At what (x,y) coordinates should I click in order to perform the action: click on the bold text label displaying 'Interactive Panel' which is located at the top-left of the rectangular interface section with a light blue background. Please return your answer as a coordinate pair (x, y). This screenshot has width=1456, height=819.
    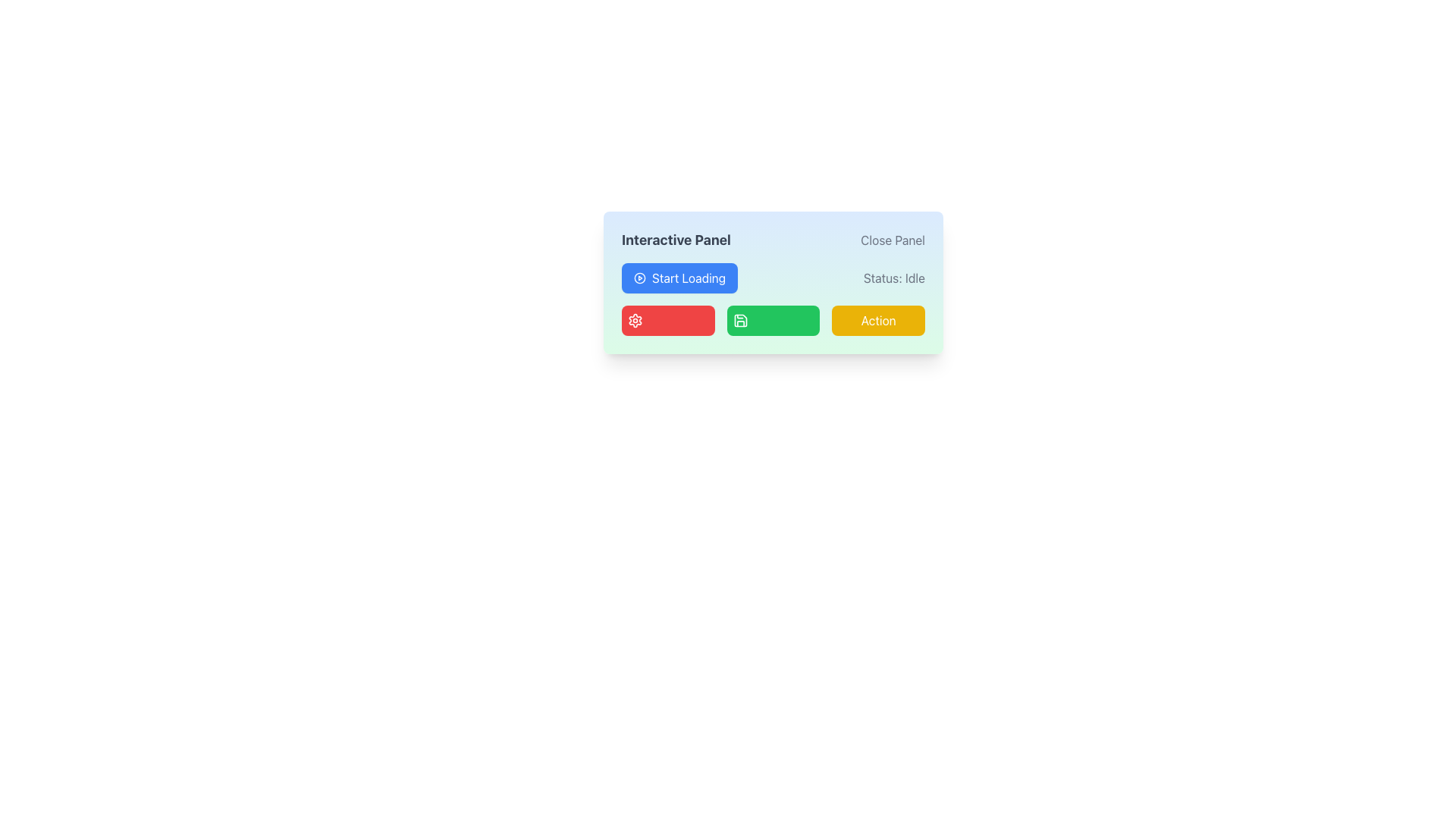
    Looking at the image, I should click on (676, 239).